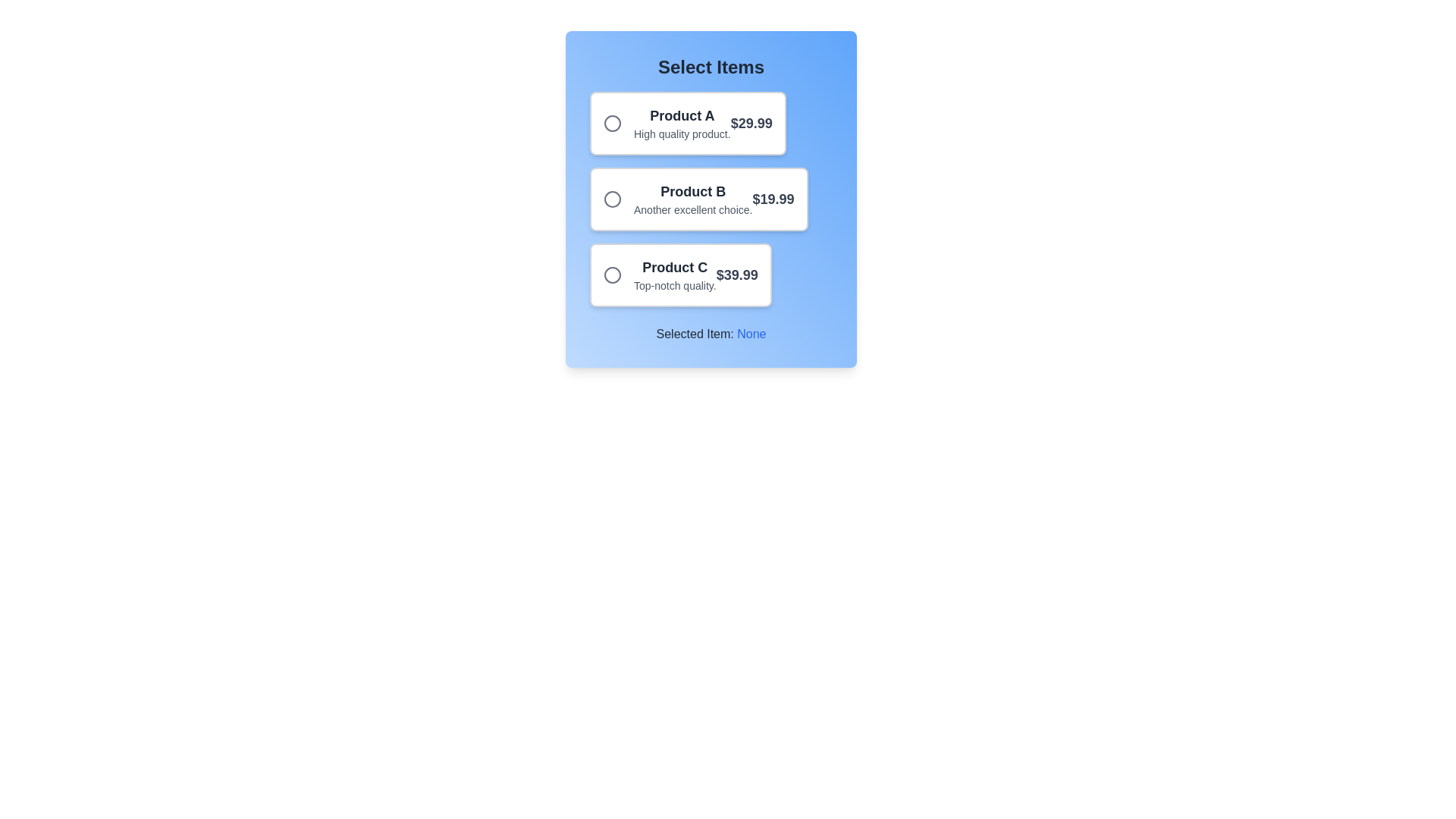 The height and width of the screenshot is (819, 1456). I want to click on the radio button for 'Product B', which is styled with a gray outline and positioned to the left of the text 'Product B Another excellent choice. $19.99', so click(619, 198).